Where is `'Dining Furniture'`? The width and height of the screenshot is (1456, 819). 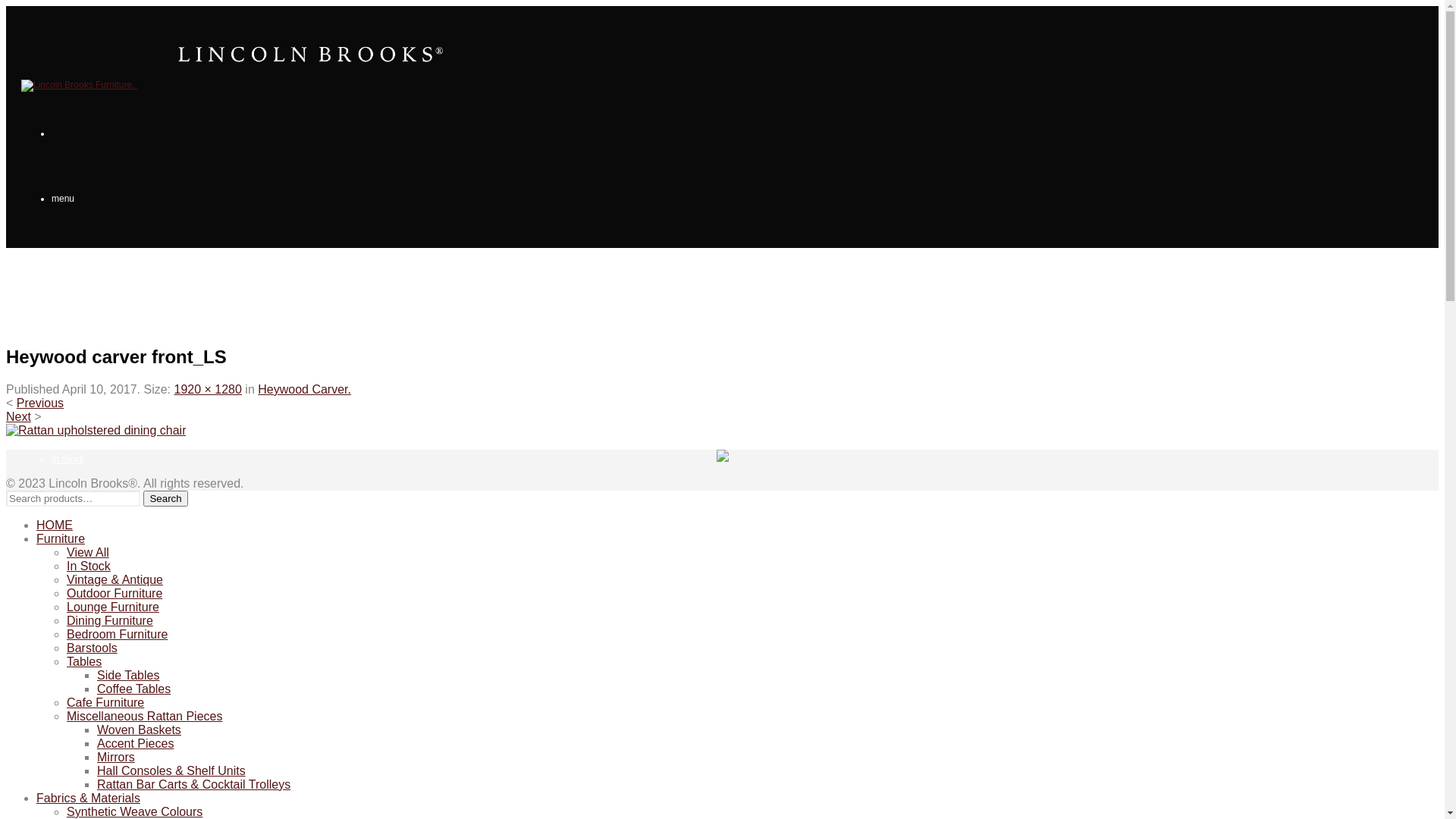 'Dining Furniture' is located at coordinates (83, 719).